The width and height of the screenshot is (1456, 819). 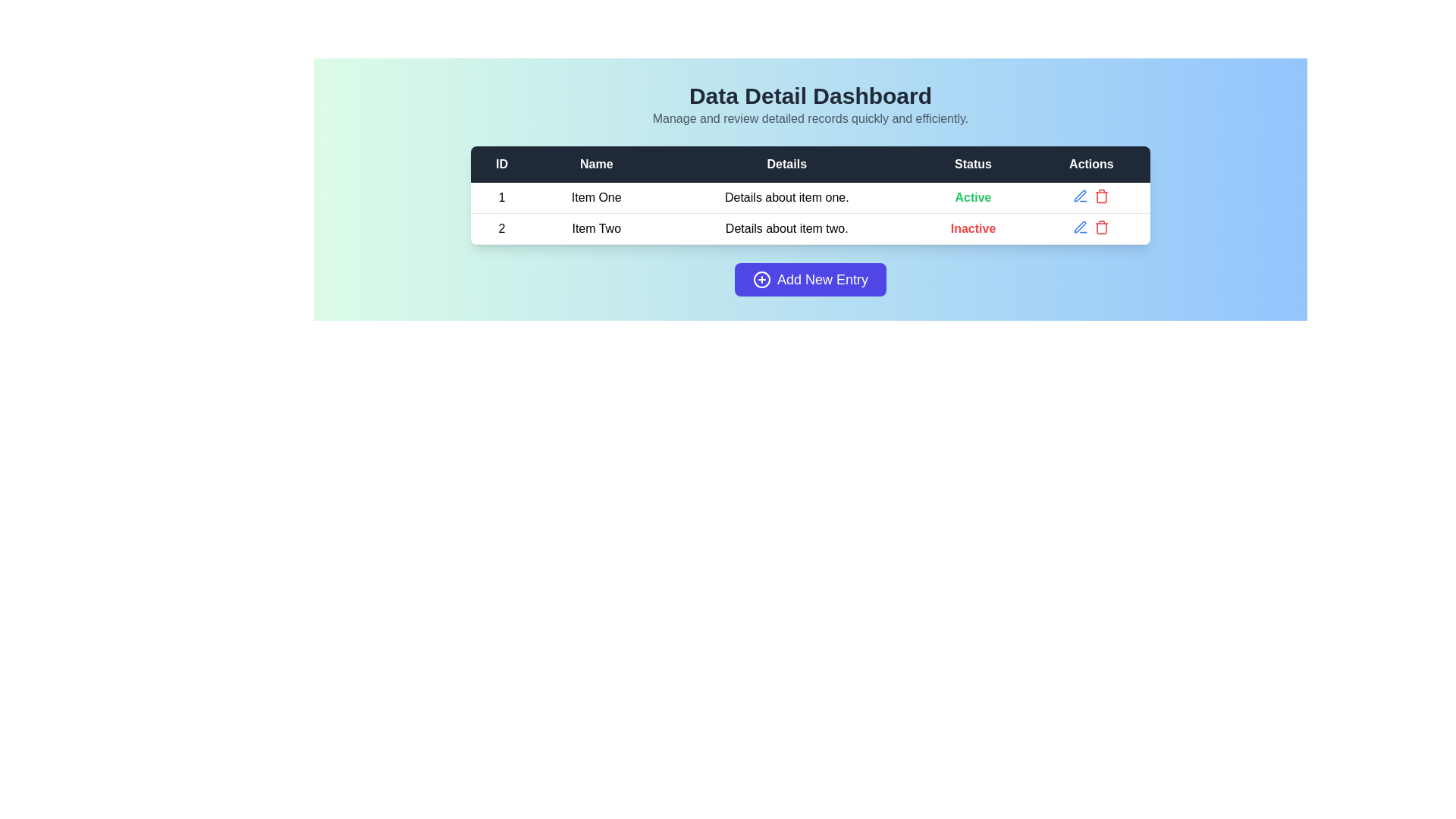 I want to click on the header cell labeled 'ID' which is styled in white on a dark background, so click(x=502, y=164).